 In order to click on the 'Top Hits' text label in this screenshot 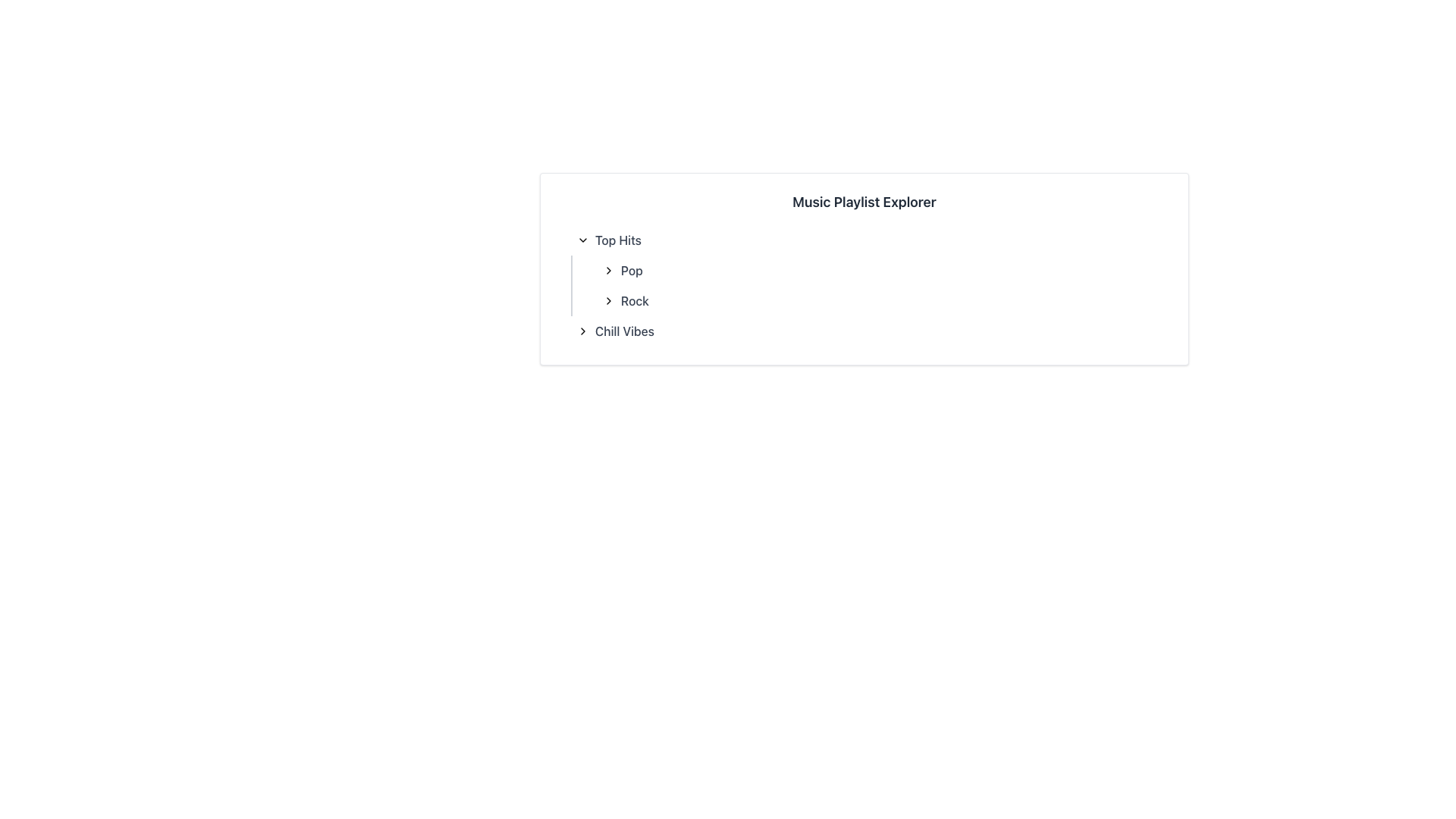, I will do `click(618, 239)`.